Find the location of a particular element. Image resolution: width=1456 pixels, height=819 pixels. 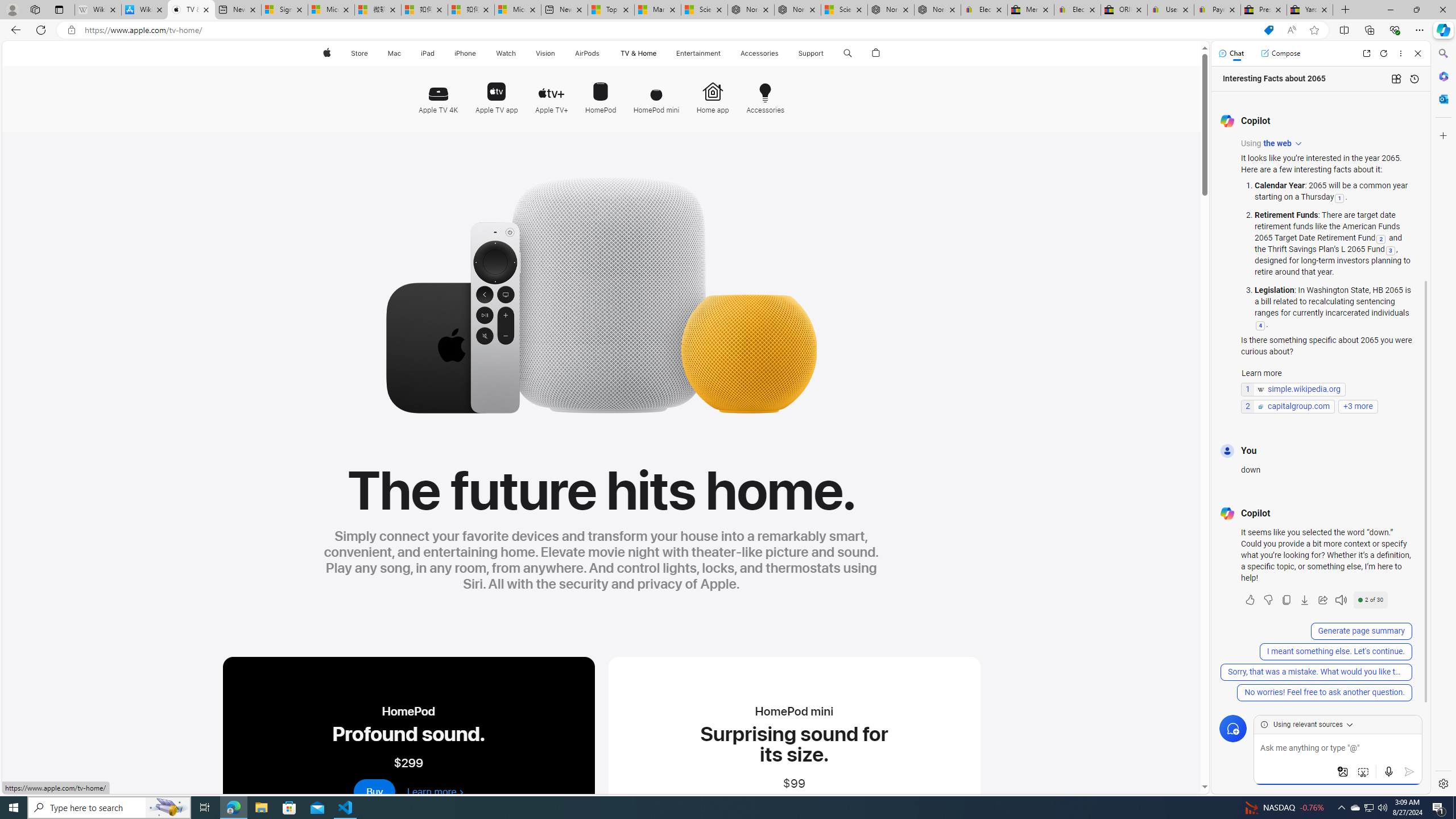

'Mac menu' is located at coordinates (402, 53).